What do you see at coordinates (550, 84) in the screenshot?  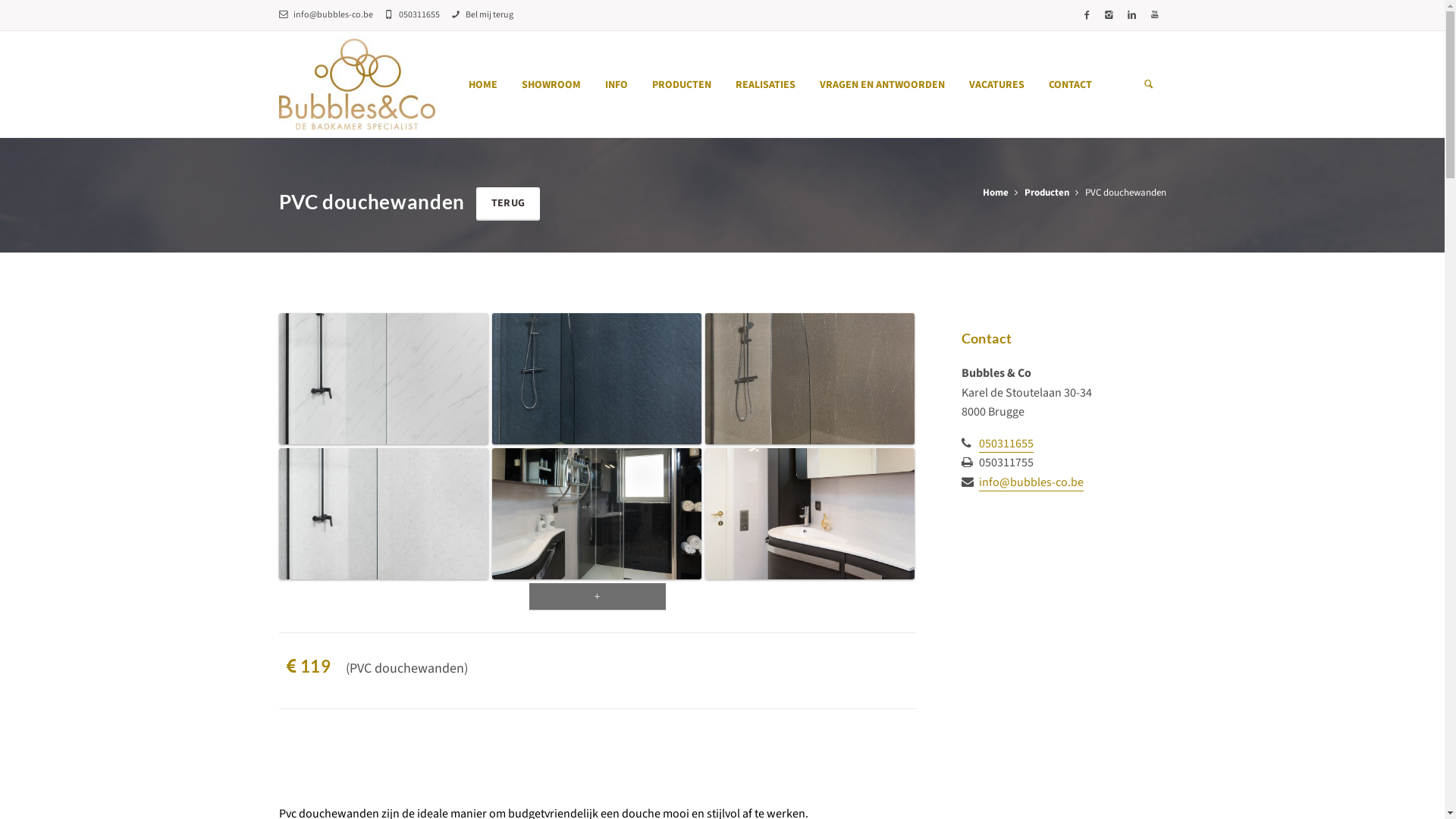 I see `'SHOWROOM'` at bounding box center [550, 84].